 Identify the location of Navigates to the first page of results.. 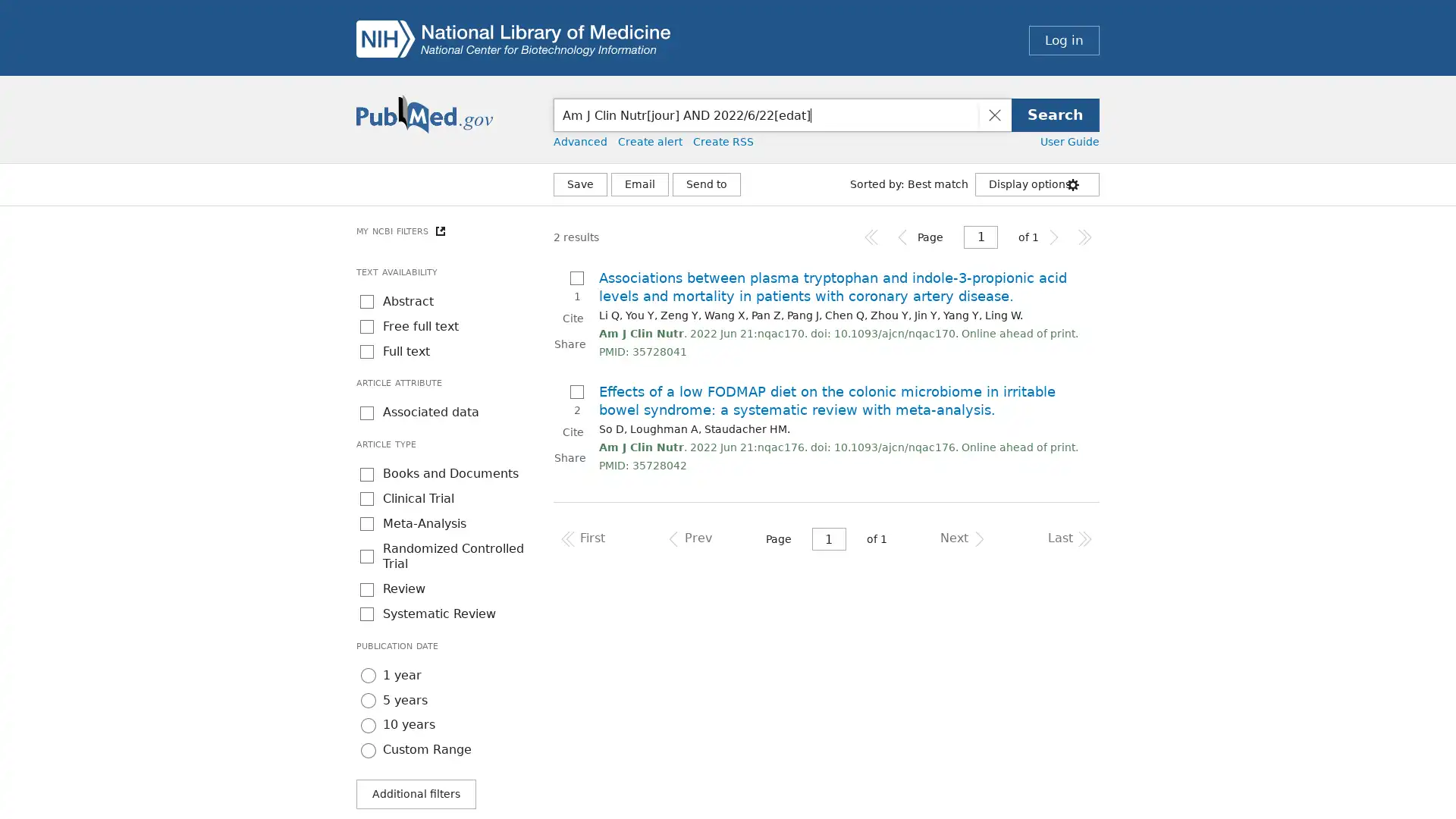
(584, 538).